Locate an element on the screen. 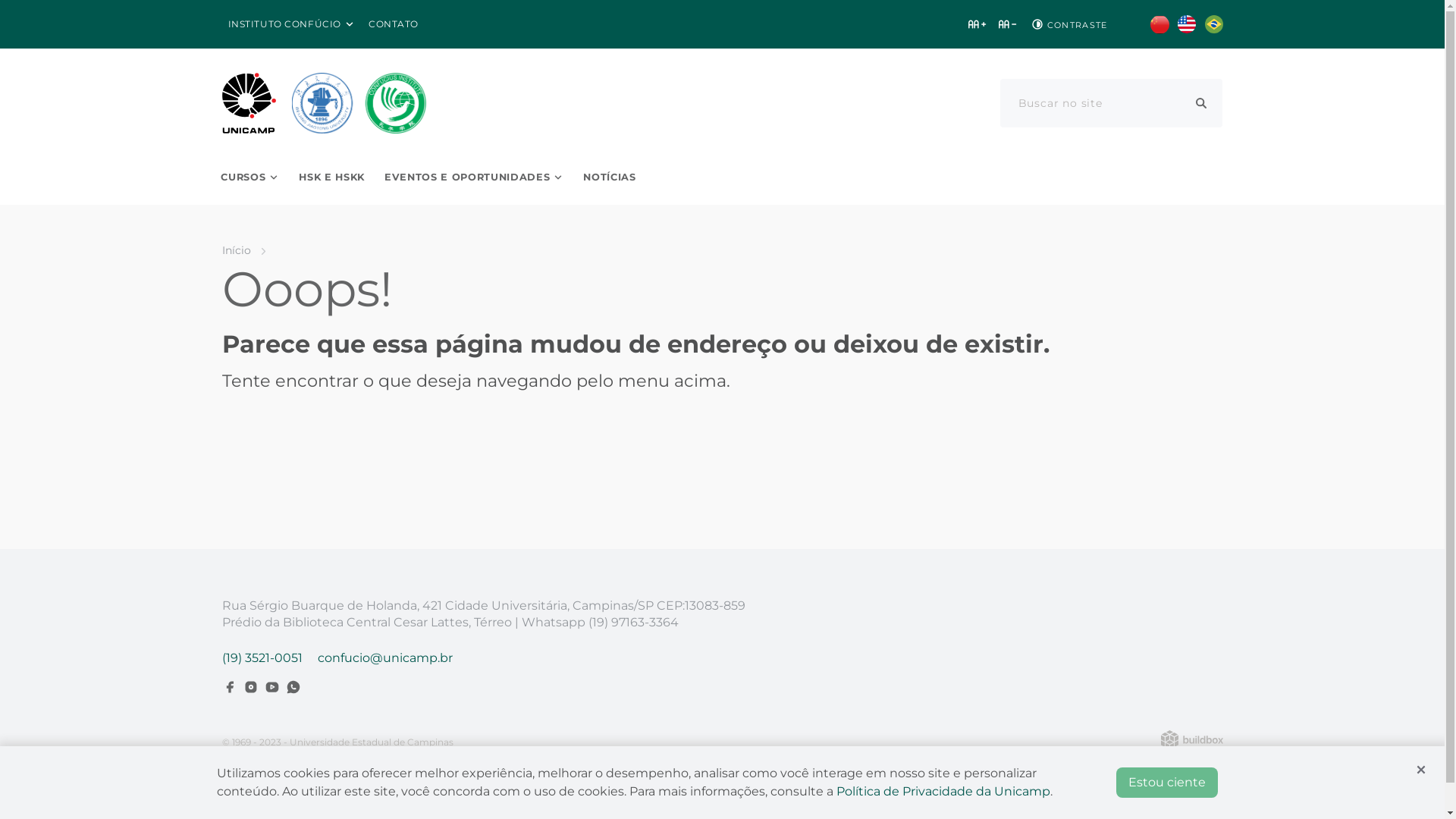 The height and width of the screenshot is (819, 1456). 'Chinese (Simplified)' is located at coordinates (1157, 24).